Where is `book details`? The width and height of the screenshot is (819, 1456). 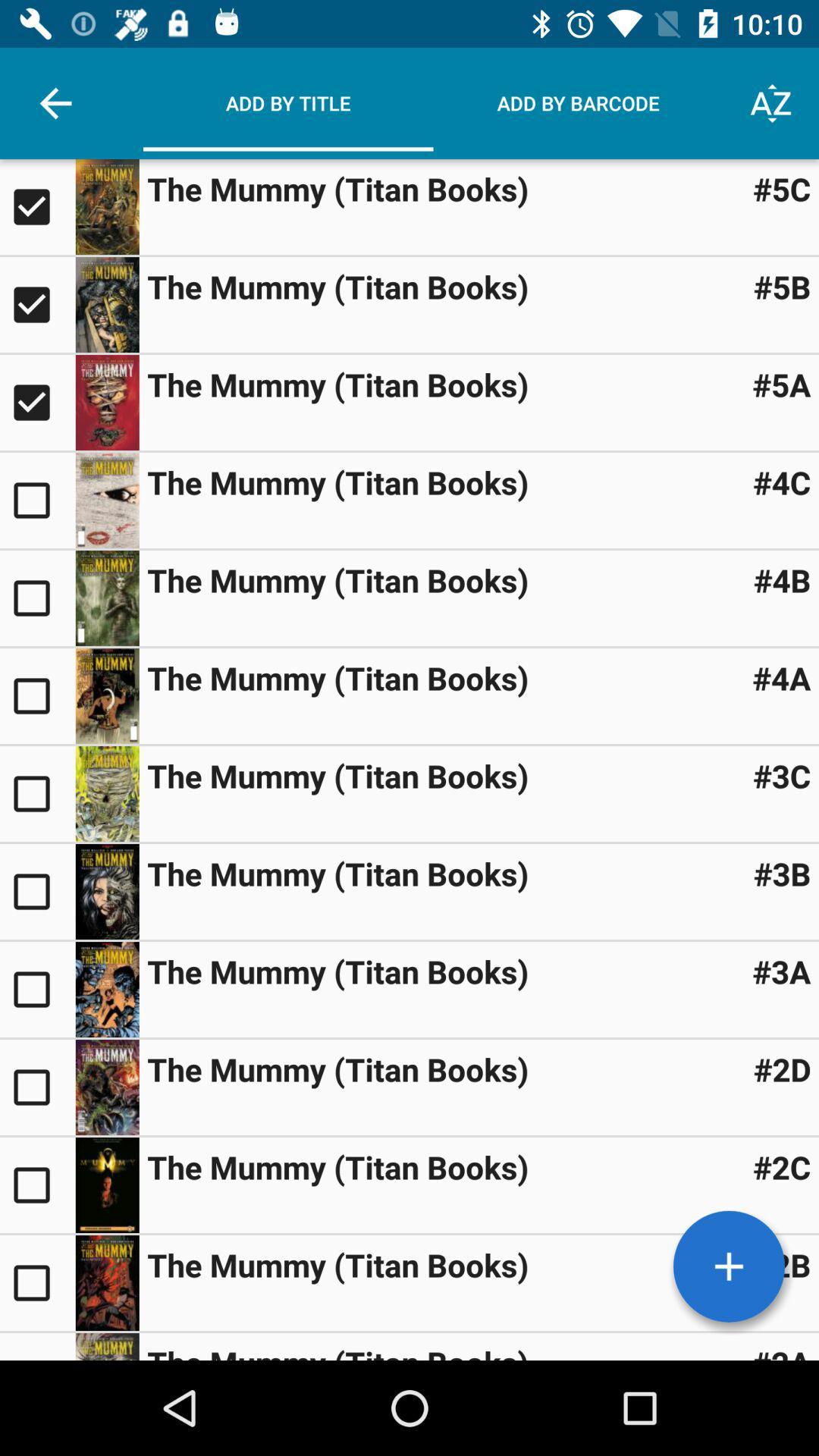 book details is located at coordinates (106, 500).